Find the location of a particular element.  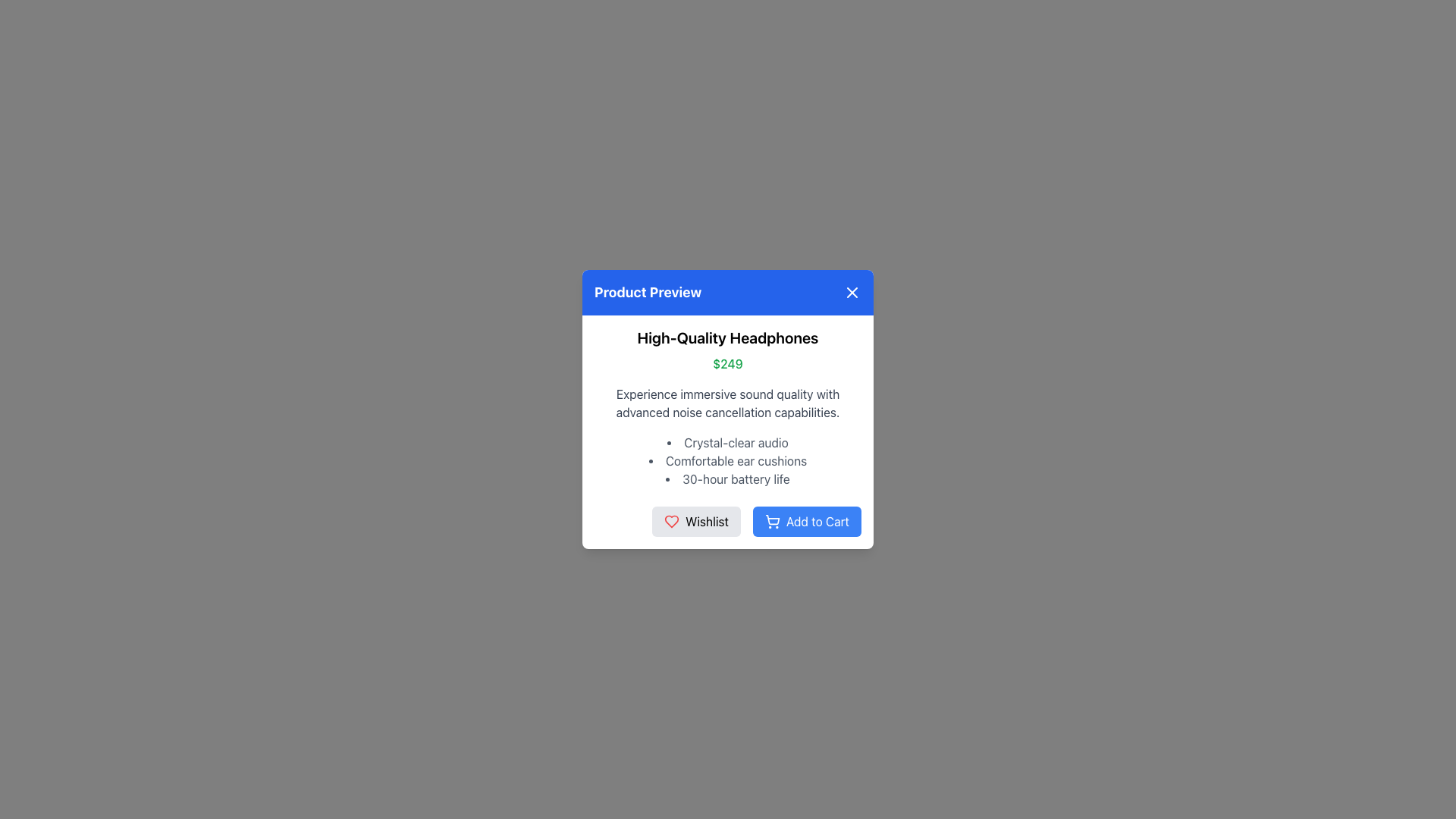

the prominent price display element showing '$249', which is located below the product title 'High-Quality Headphones' is located at coordinates (728, 363).